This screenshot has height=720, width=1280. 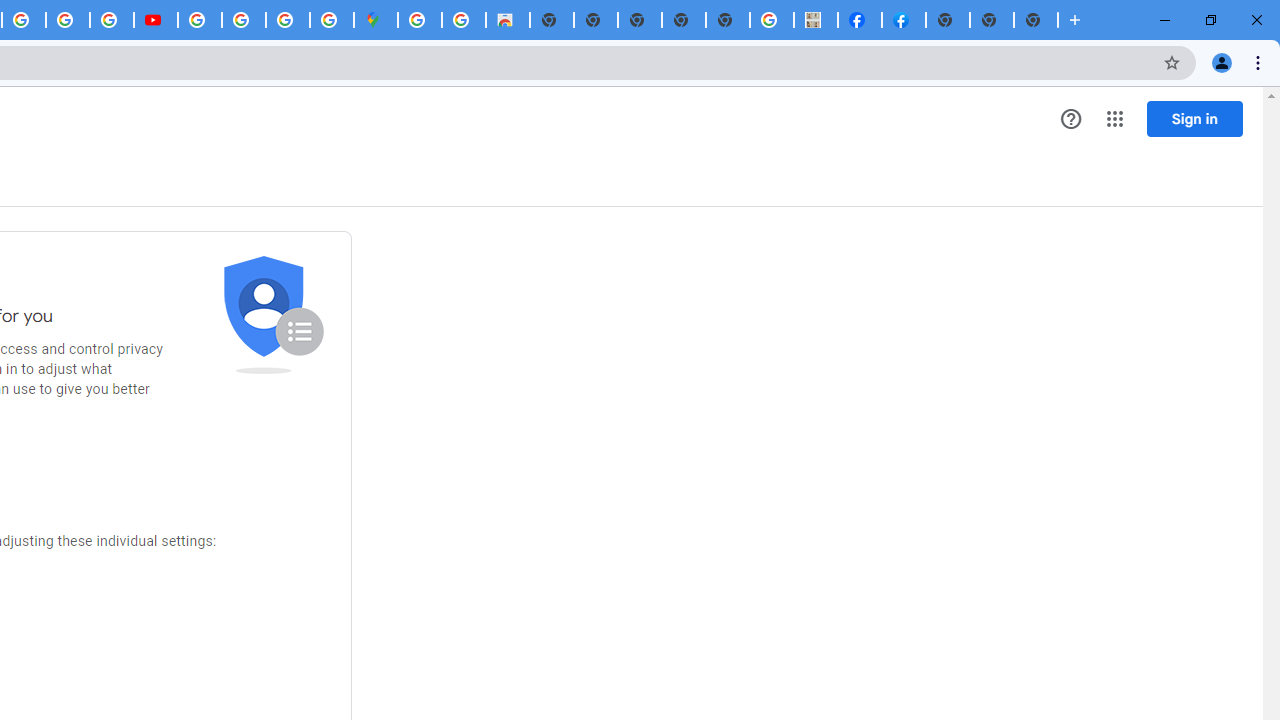 What do you see at coordinates (1036, 20) in the screenshot?
I see `'New Tab'` at bounding box center [1036, 20].